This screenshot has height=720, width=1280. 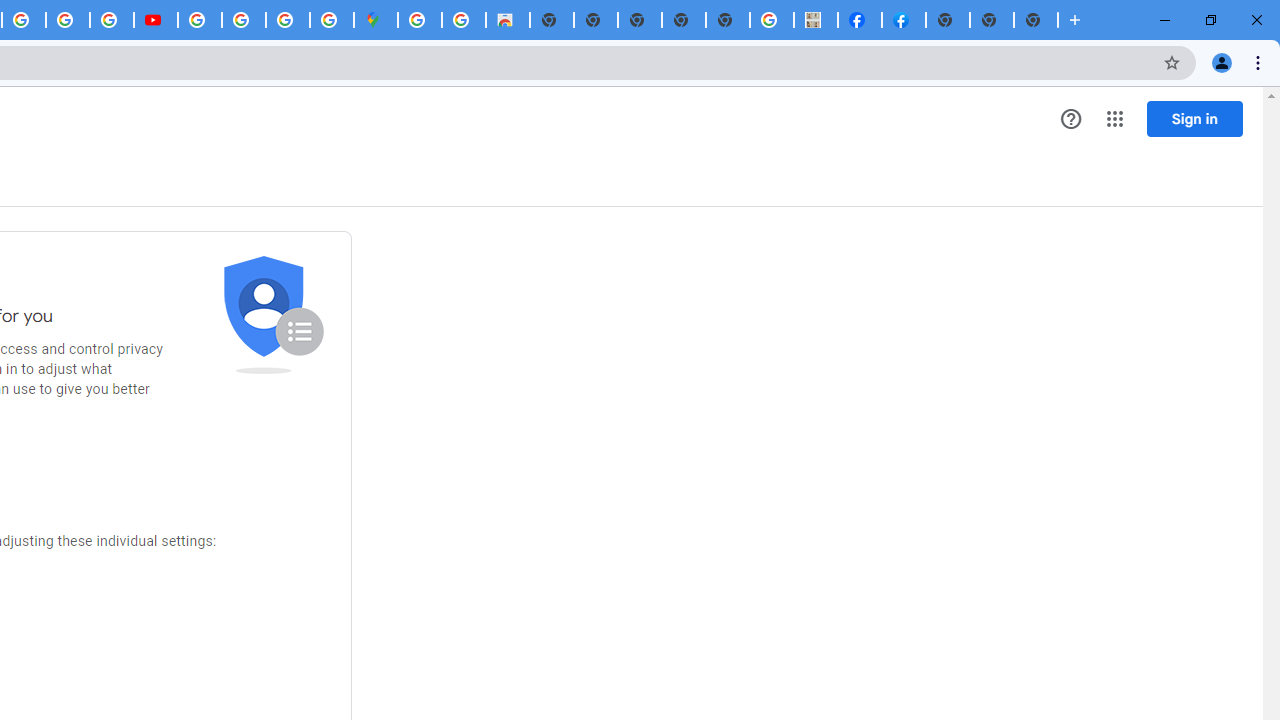 What do you see at coordinates (1036, 20) in the screenshot?
I see `'New Tab'` at bounding box center [1036, 20].